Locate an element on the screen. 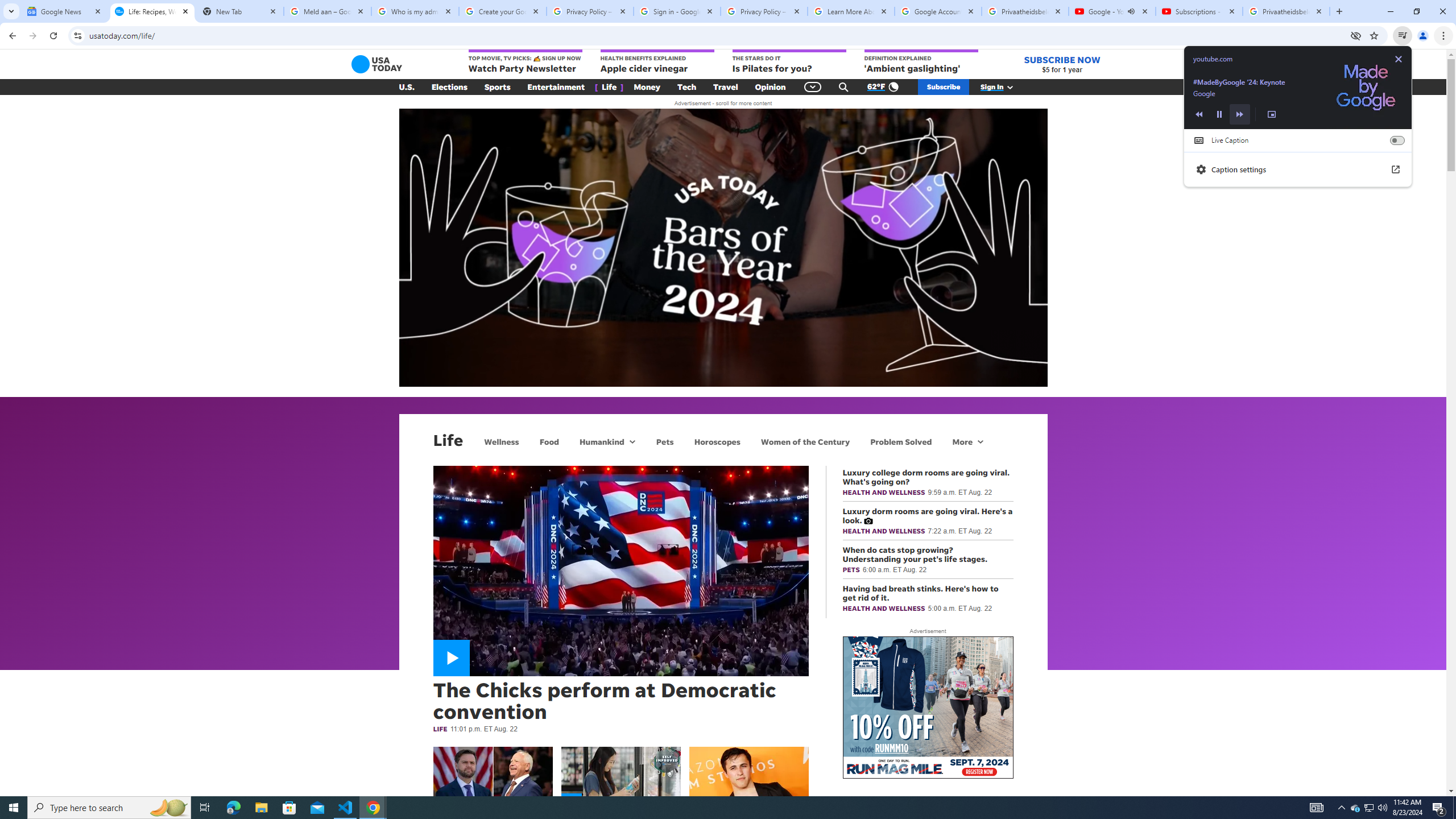 This screenshot has height=819, width=1456. 'Notification Chevron' is located at coordinates (1342, 806).